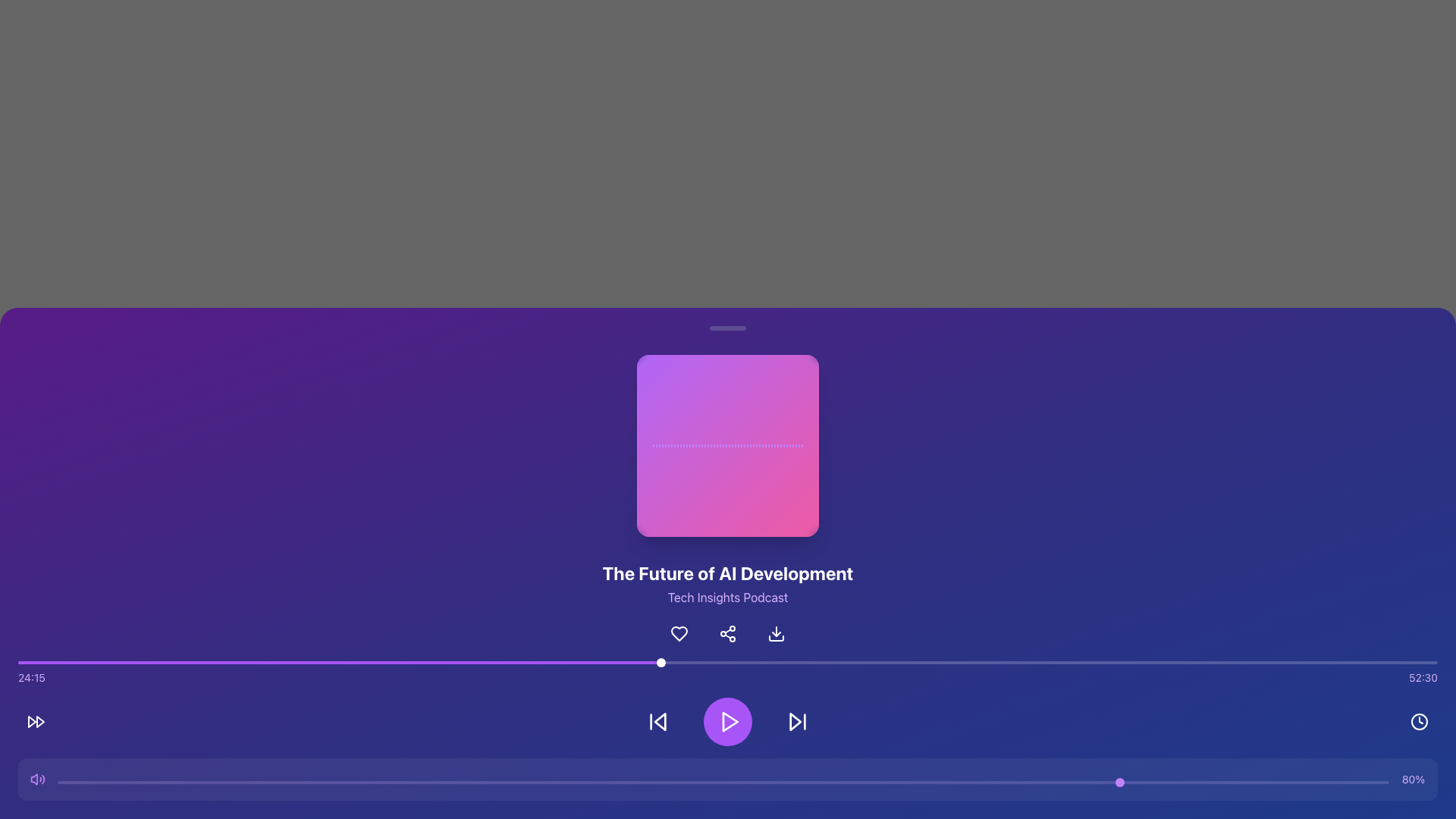  Describe the element at coordinates (1082, 662) in the screenshot. I see `progress` at that location.